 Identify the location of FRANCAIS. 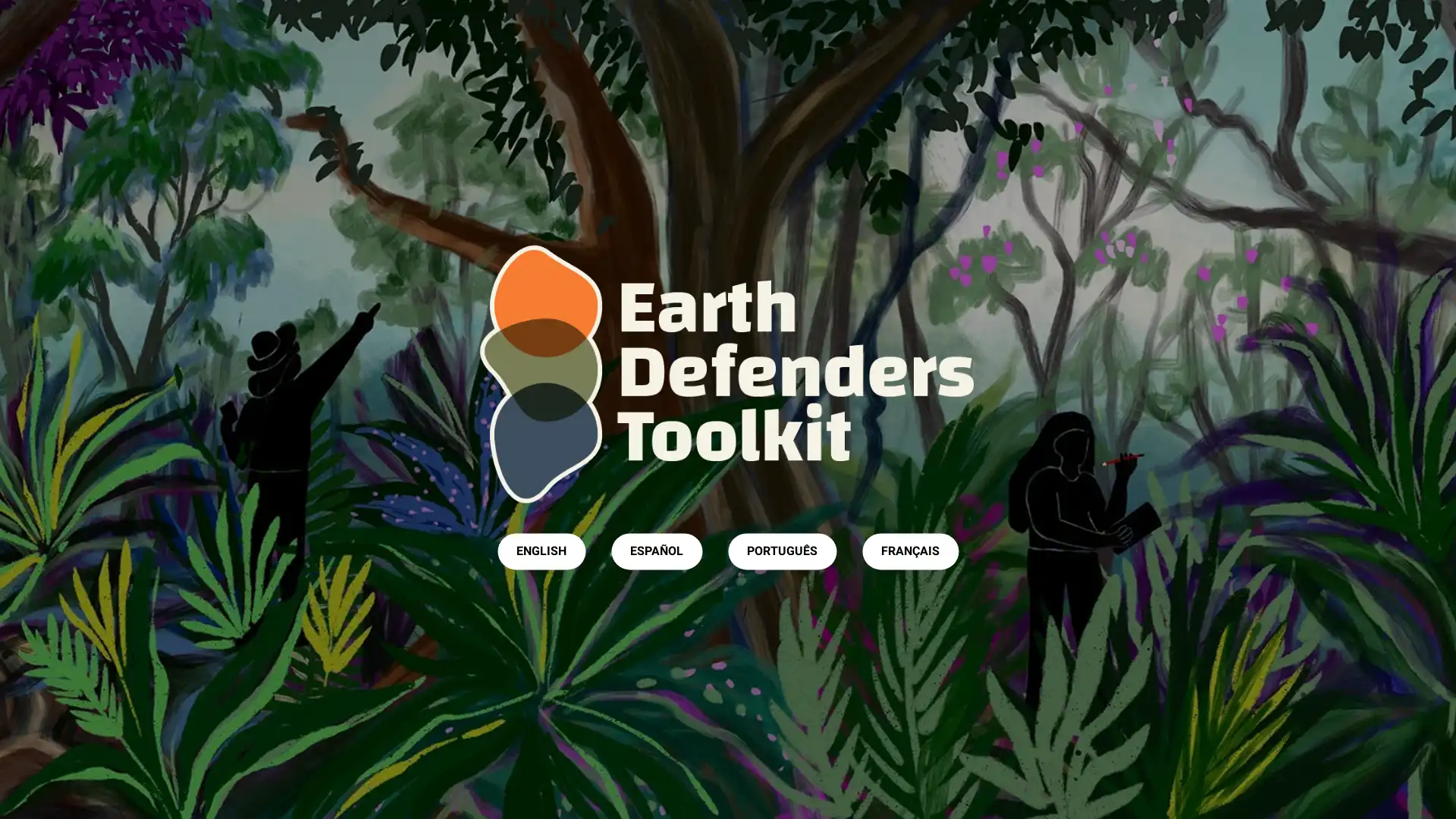
(910, 551).